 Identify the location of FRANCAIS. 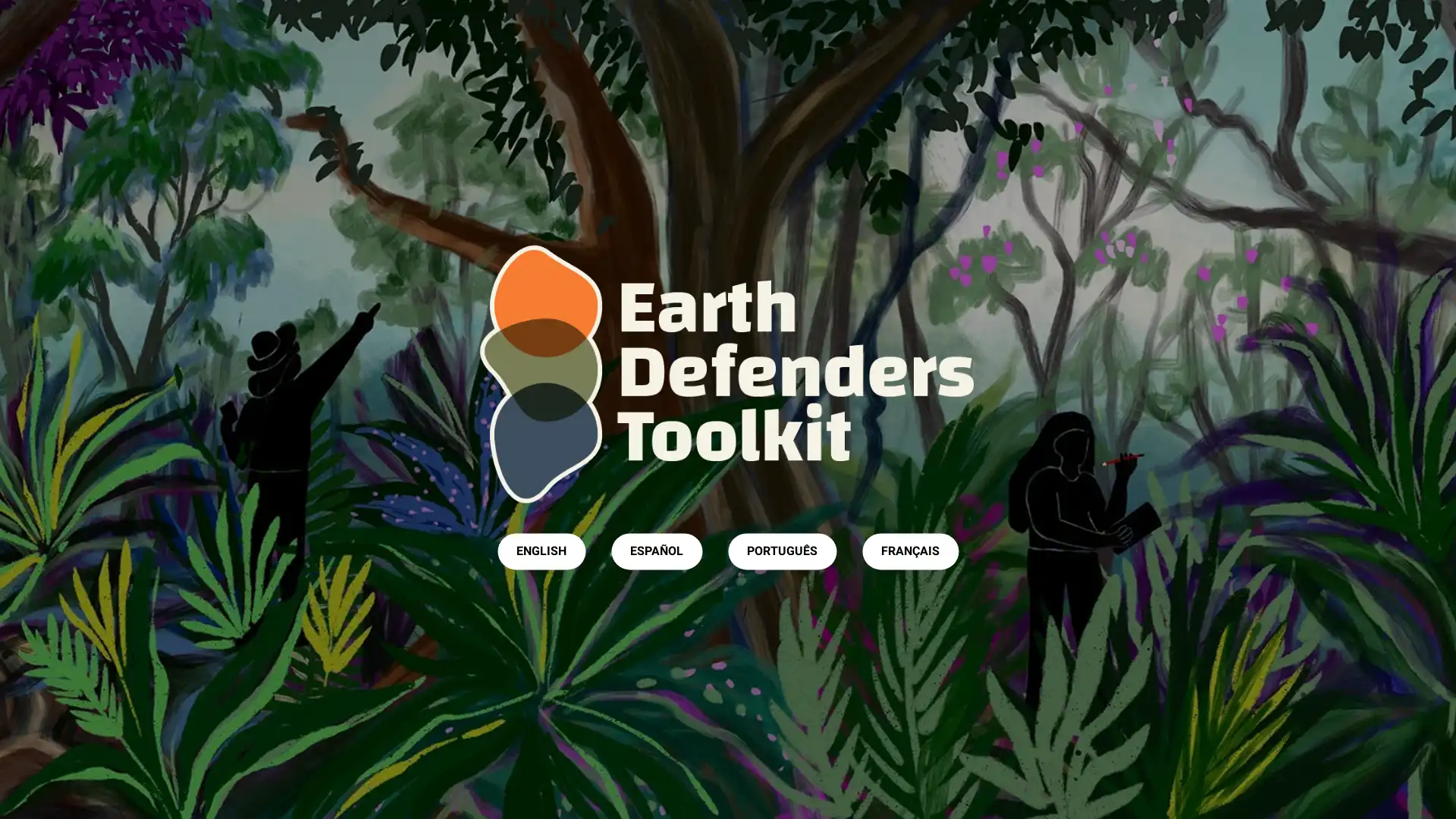
(910, 551).